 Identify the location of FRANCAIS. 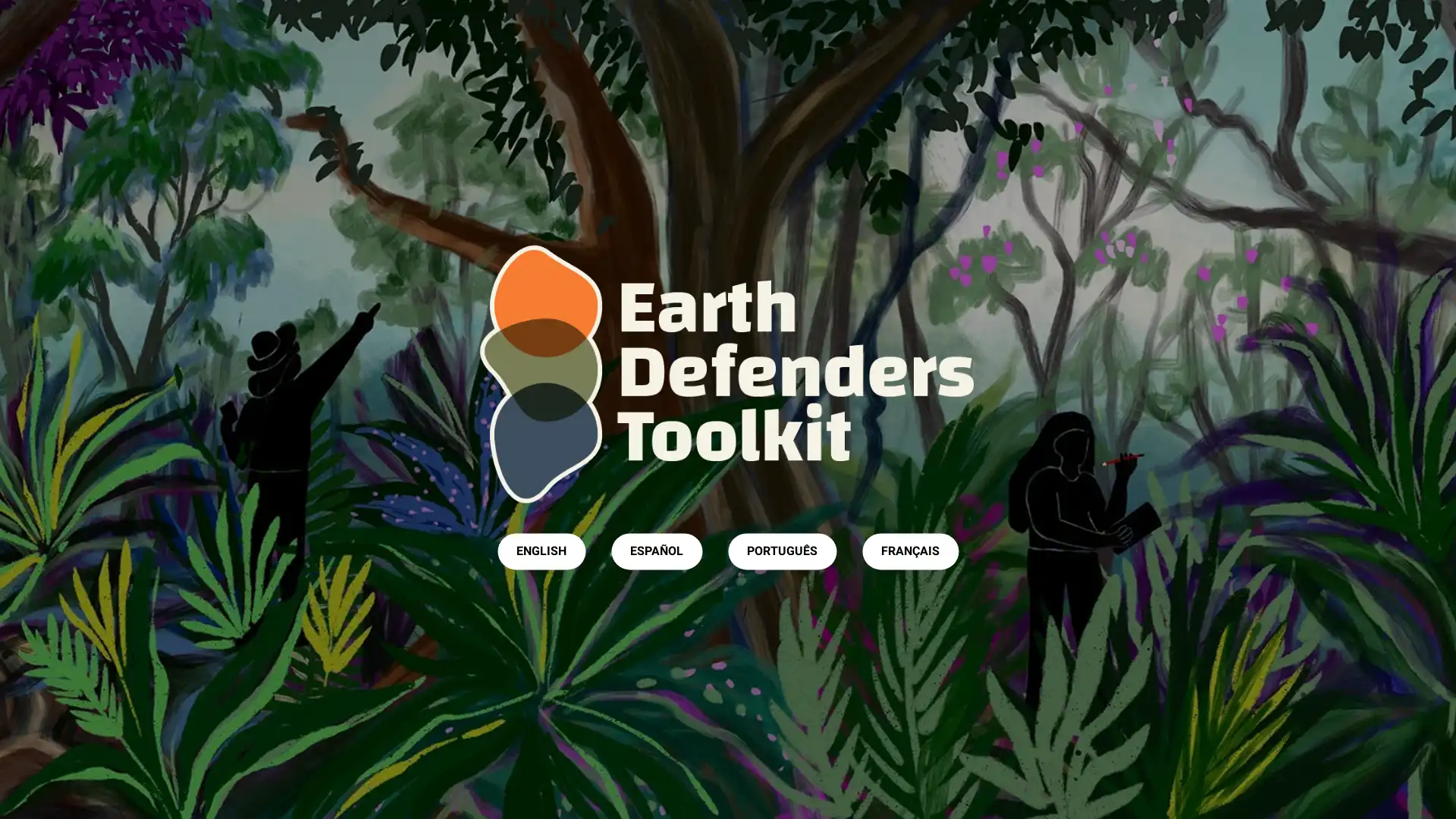
(910, 551).